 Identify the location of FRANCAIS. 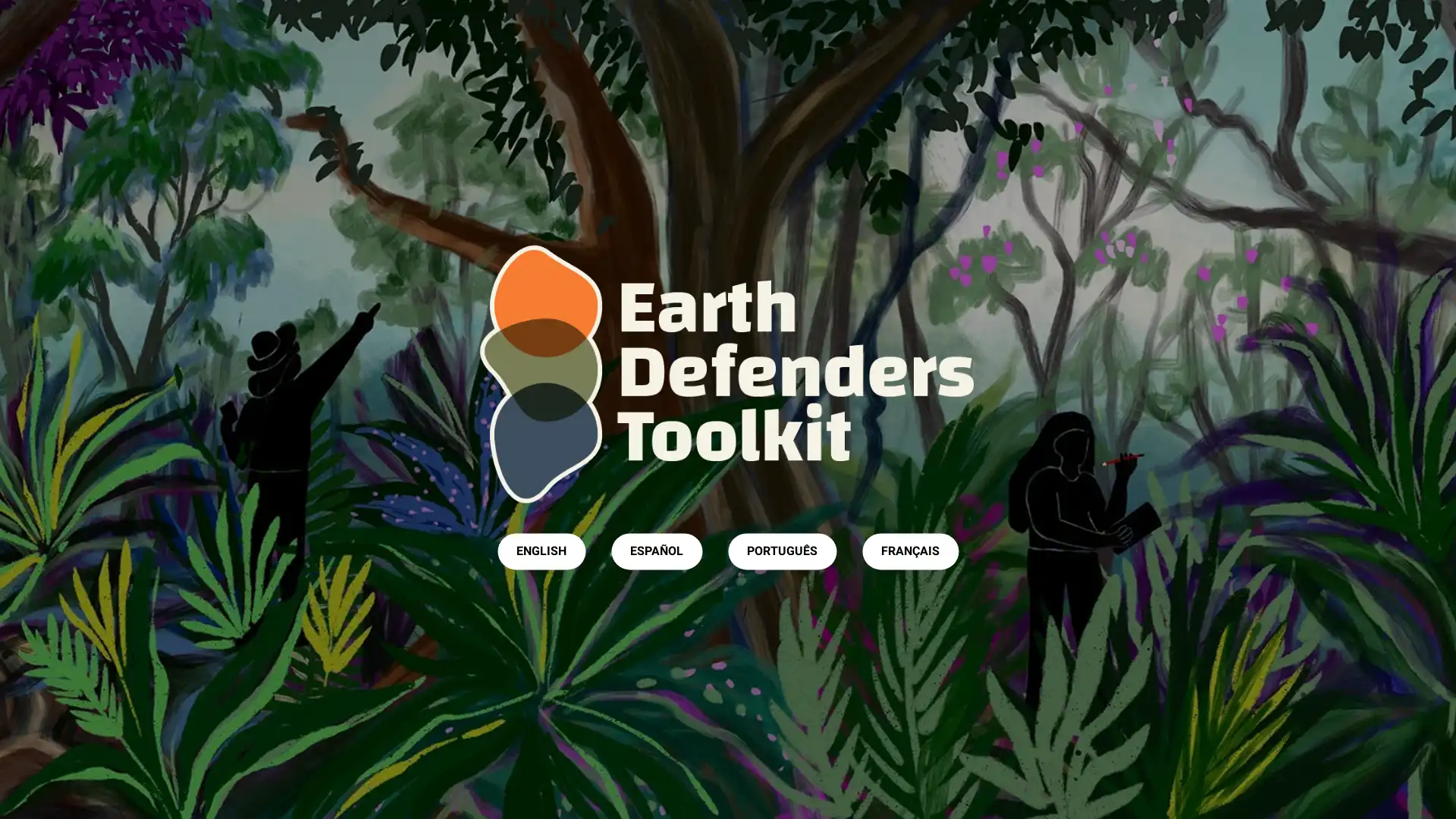
(910, 551).